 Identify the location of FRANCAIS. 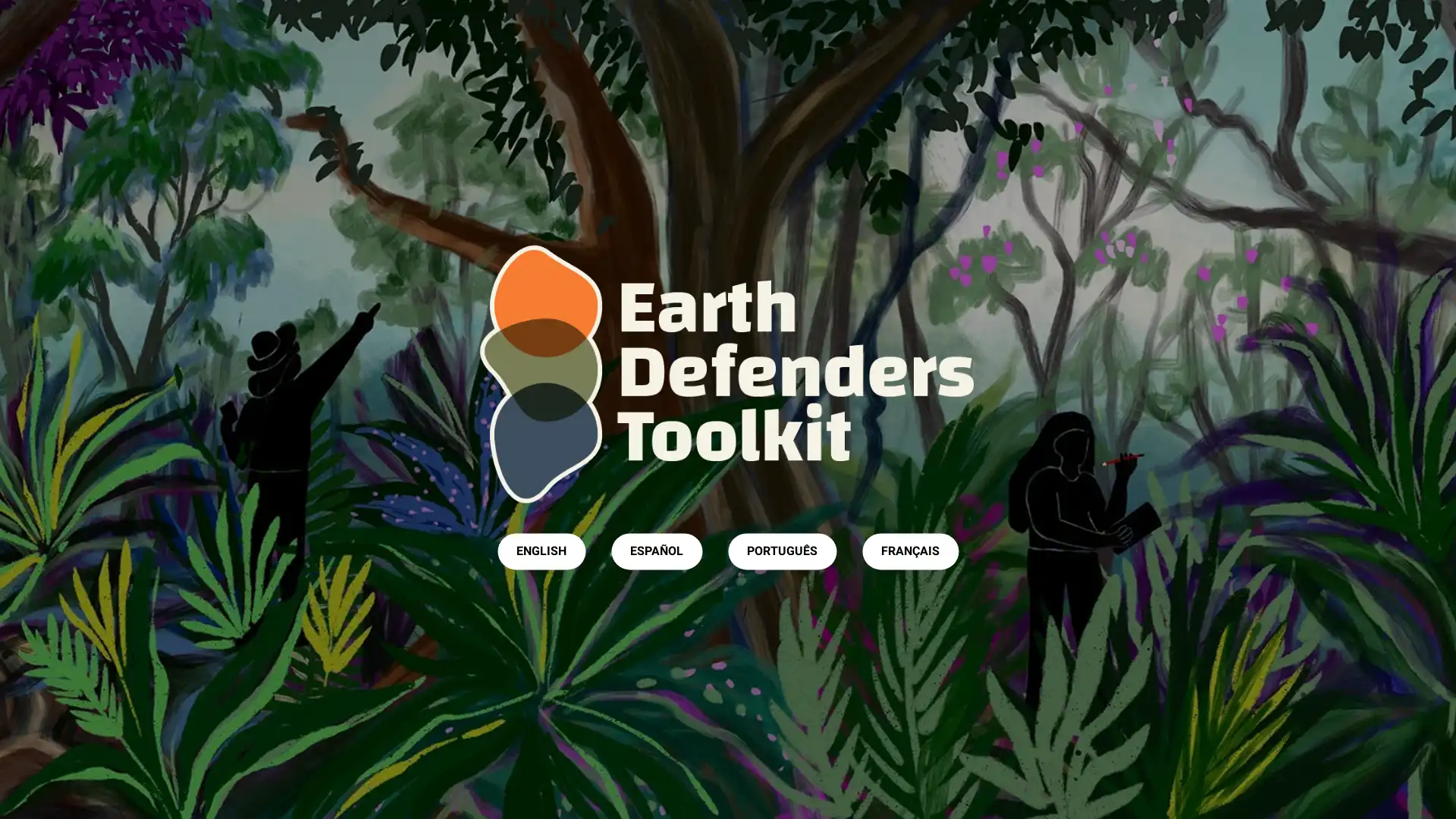
(910, 551).